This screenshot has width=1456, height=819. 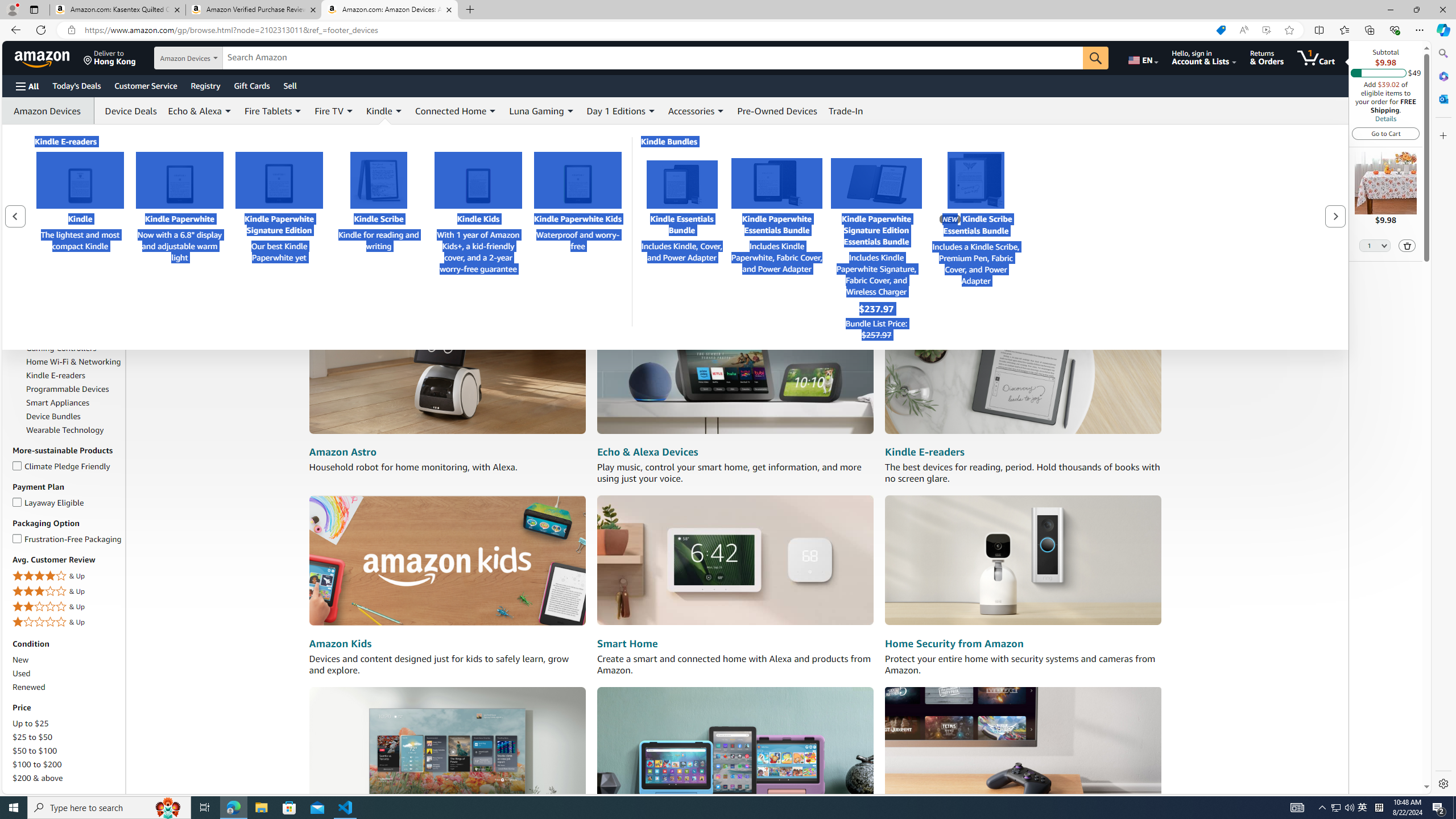 I want to click on 'Trade-In', so click(x=846, y=111).